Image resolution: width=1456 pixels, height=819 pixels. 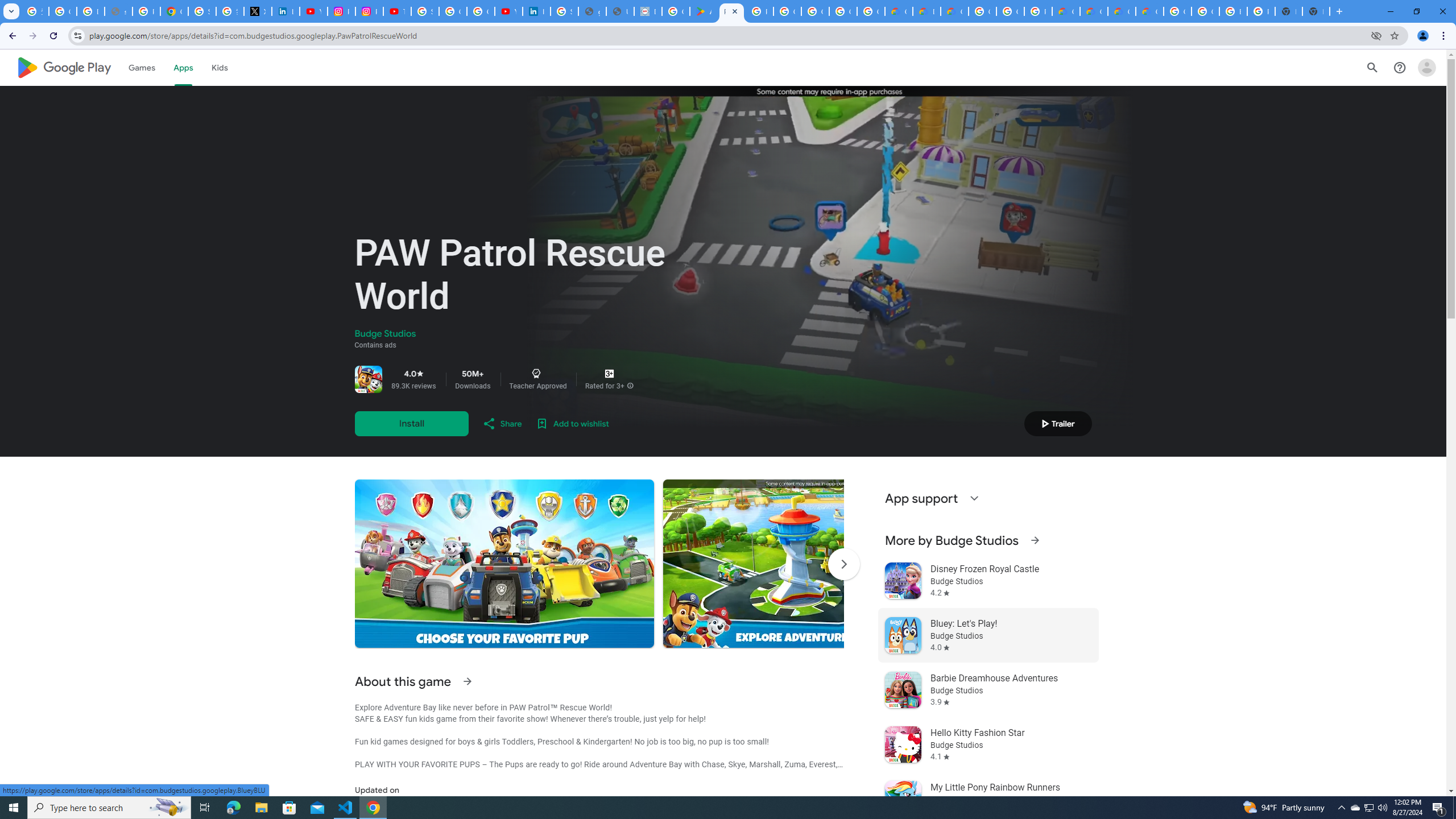 I want to click on 'Sign in - Google Accounts', so click(x=201, y=11).